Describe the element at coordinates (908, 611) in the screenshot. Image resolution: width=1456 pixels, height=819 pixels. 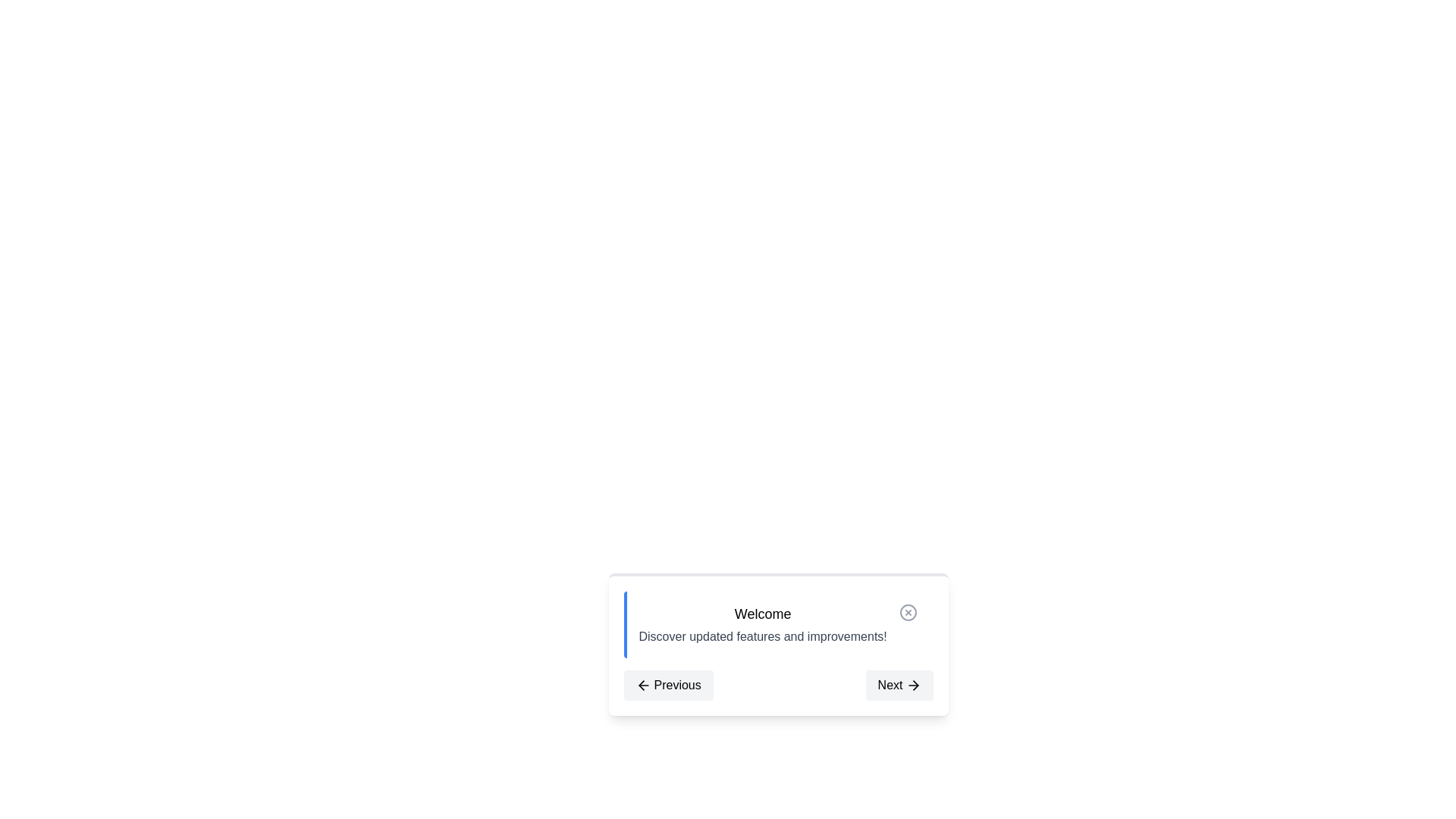
I see `the circular button with a cross in the center located in the top-right corner of the notification panel` at that location.